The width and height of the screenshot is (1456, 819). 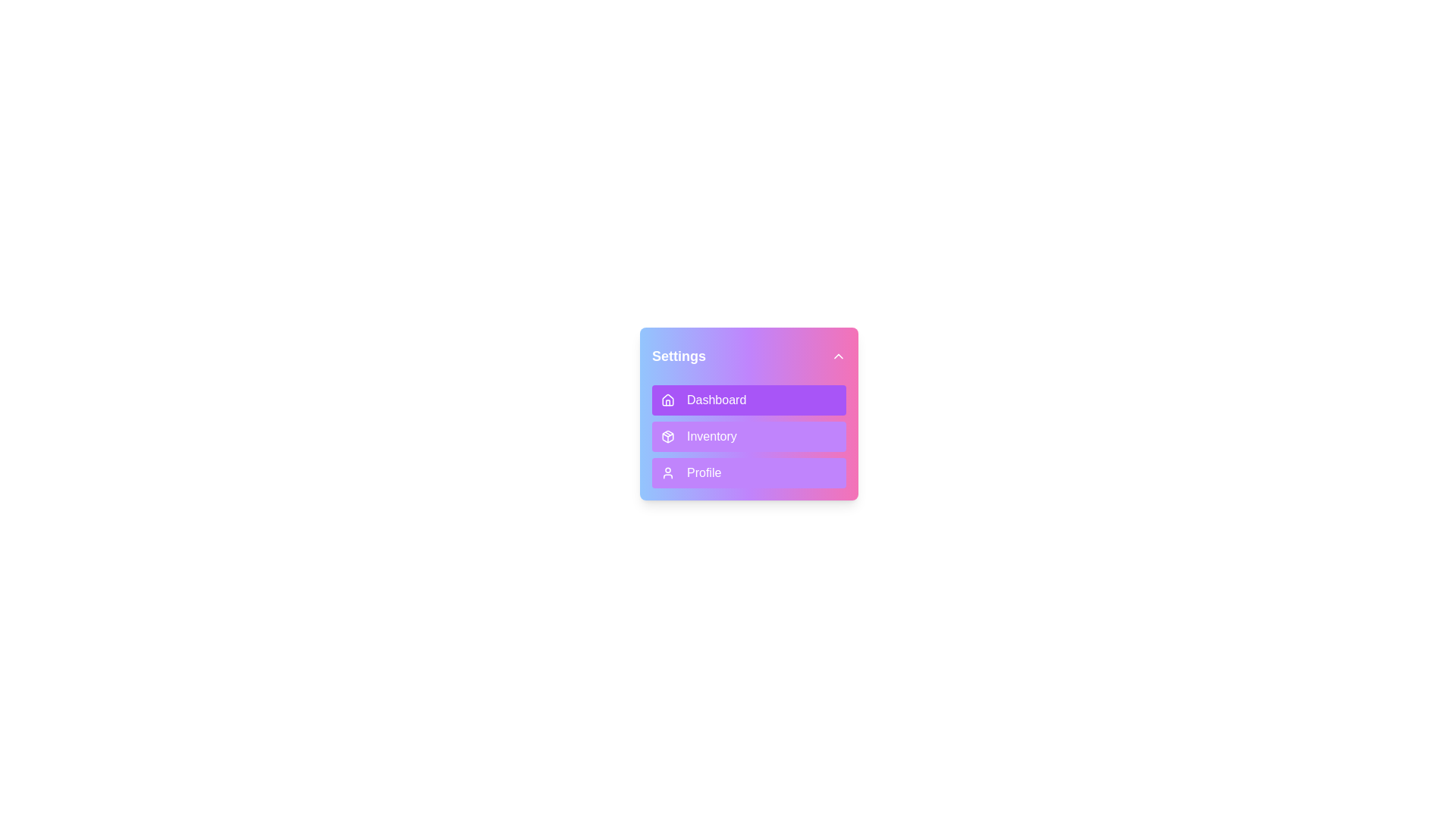 What do you see at coordinates (749, 400) in the screenshot?
I see `the menu item Dashboard` at bounding box center [749, 400].